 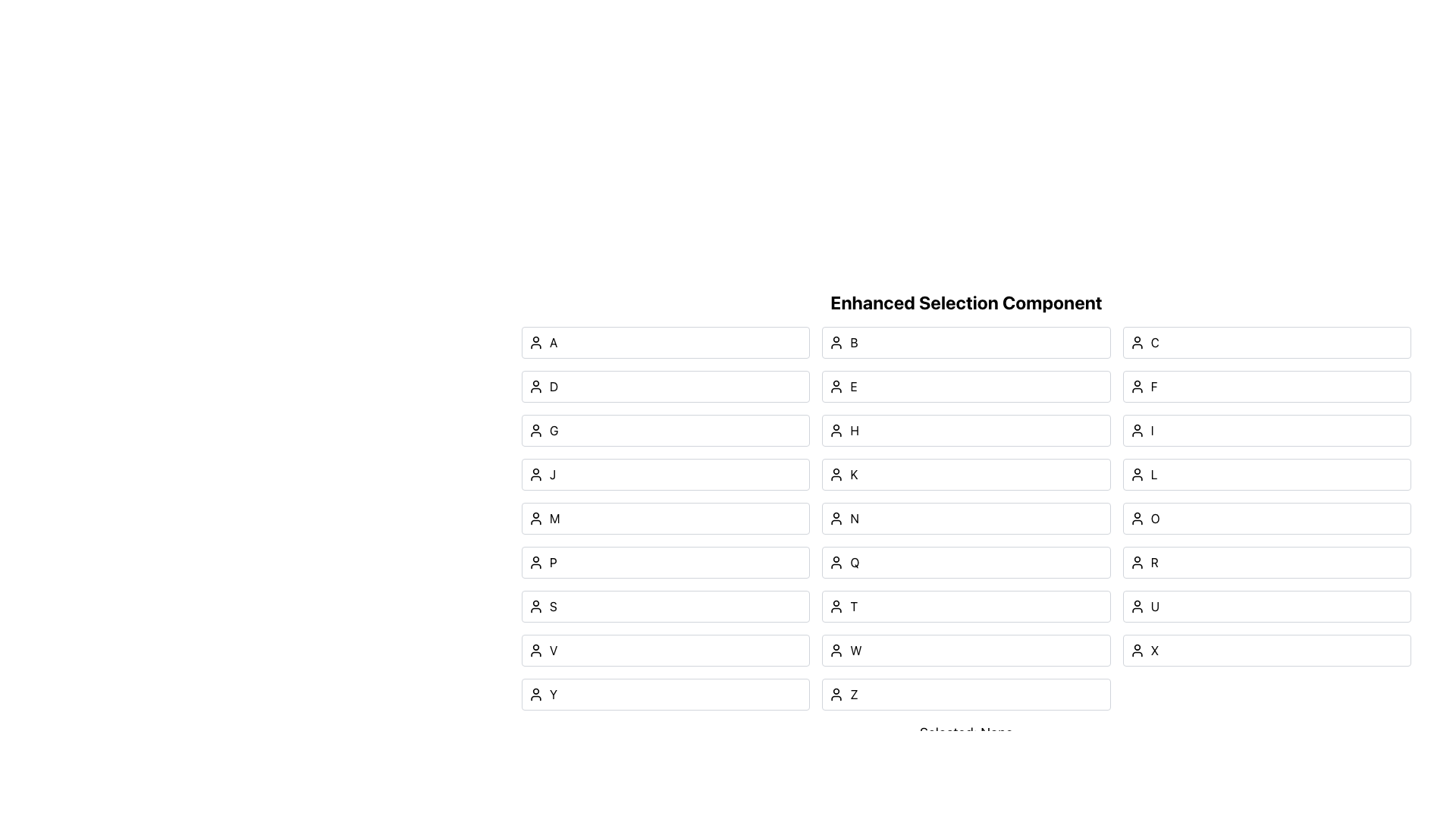 What do you see at coordinates (1137, 517) in the screenshot?
I see `the SVG icon representing the user or profile element associated with the letter 'O'` at bounding box center [1137, 517].